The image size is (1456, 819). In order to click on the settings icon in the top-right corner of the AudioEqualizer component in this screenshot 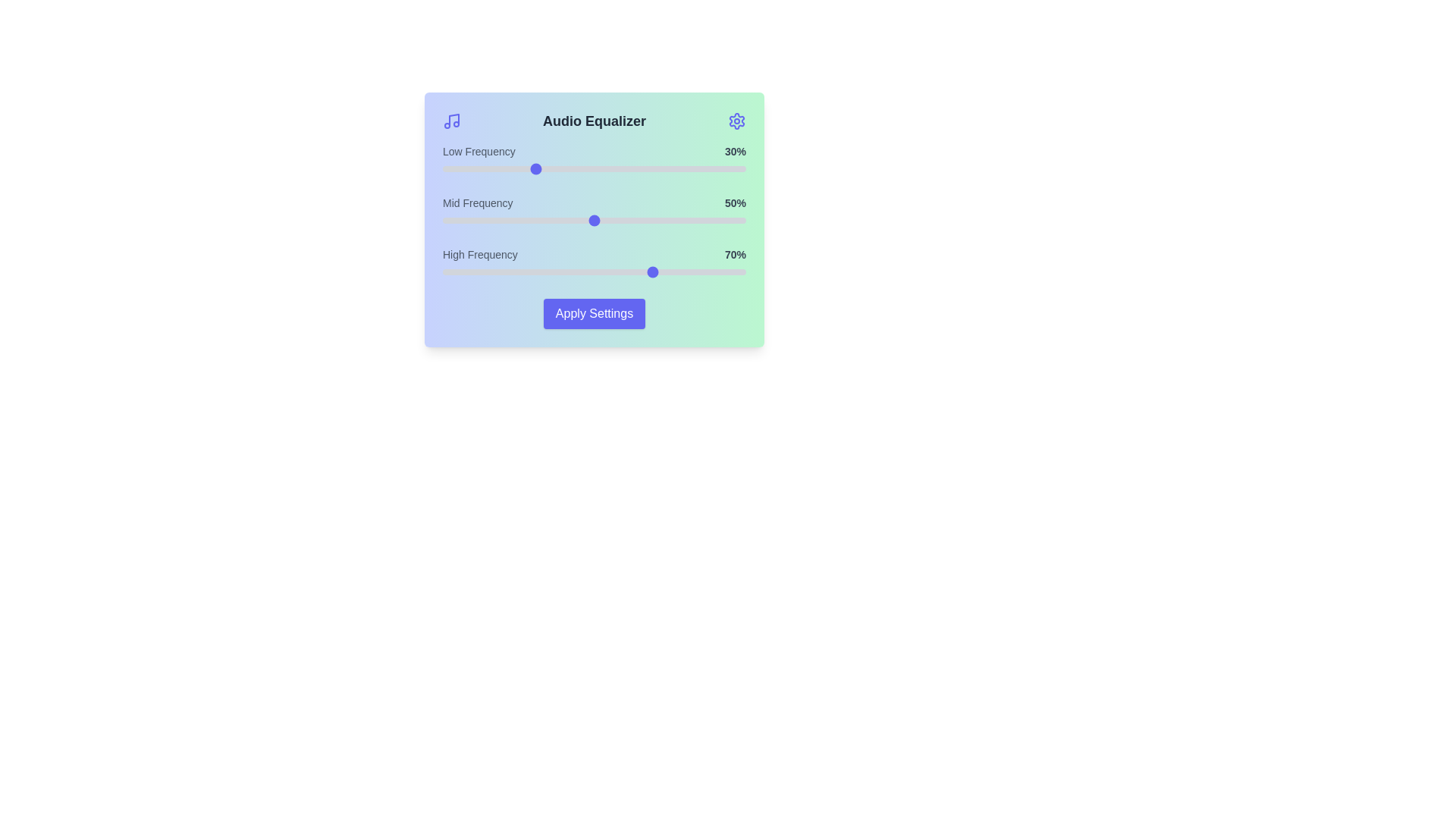, I will do `click(736, 120)`.